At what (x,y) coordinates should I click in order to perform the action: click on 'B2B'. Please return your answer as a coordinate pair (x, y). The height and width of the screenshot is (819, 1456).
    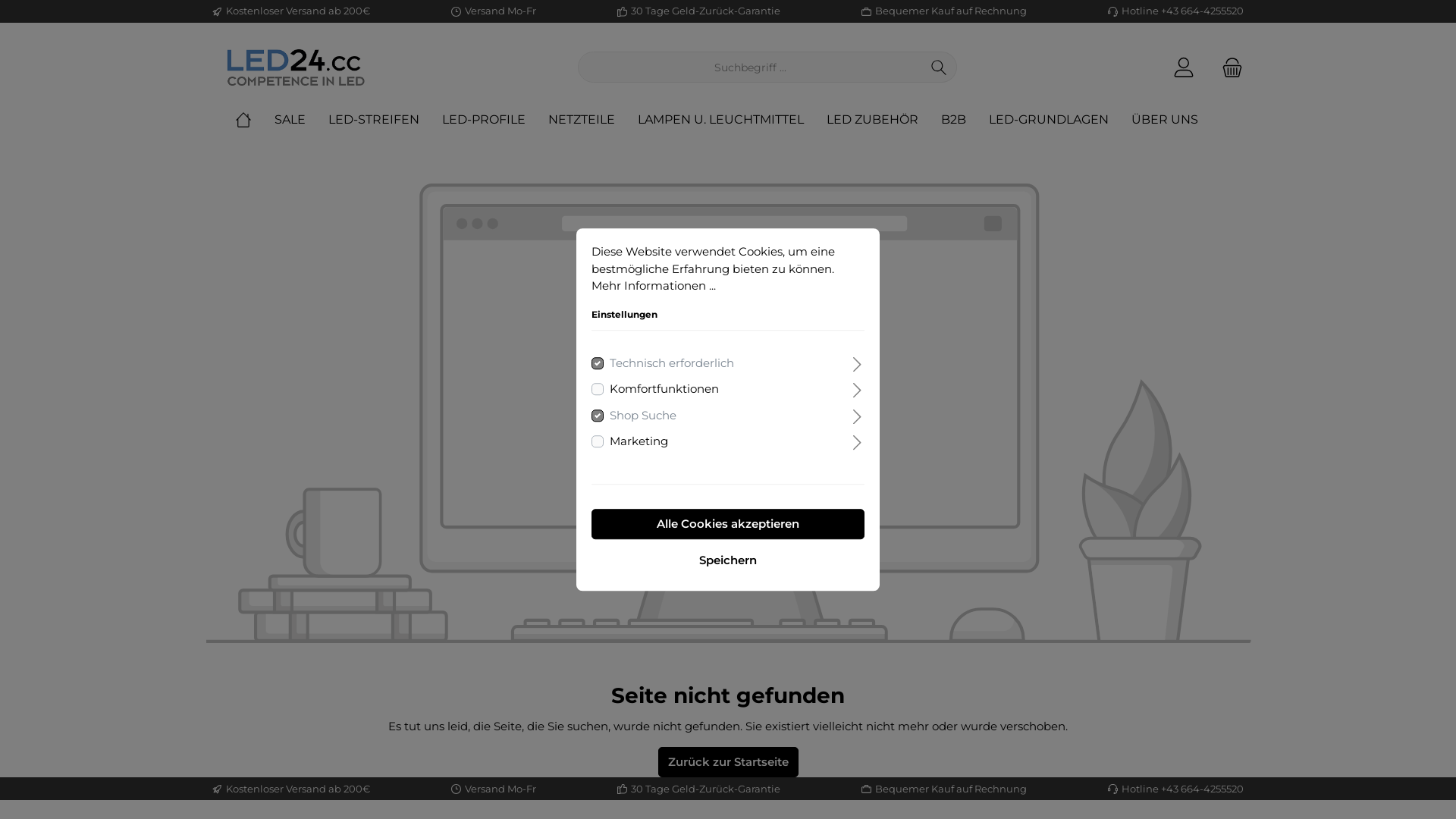
    Looking at the image, I should click on (940, 119).